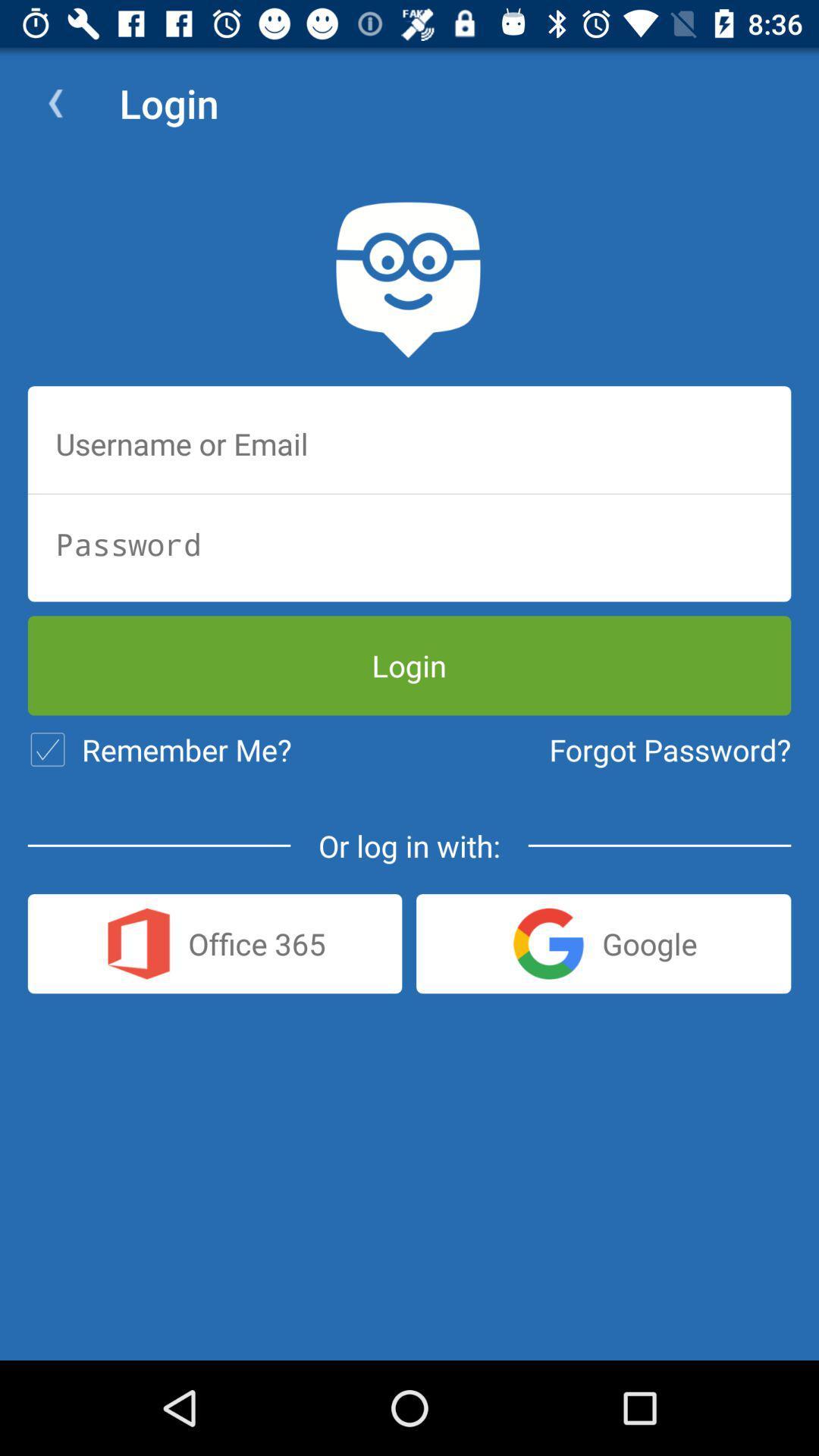 The image size is (819, 1456). I want to click on password, so click(409, 544).